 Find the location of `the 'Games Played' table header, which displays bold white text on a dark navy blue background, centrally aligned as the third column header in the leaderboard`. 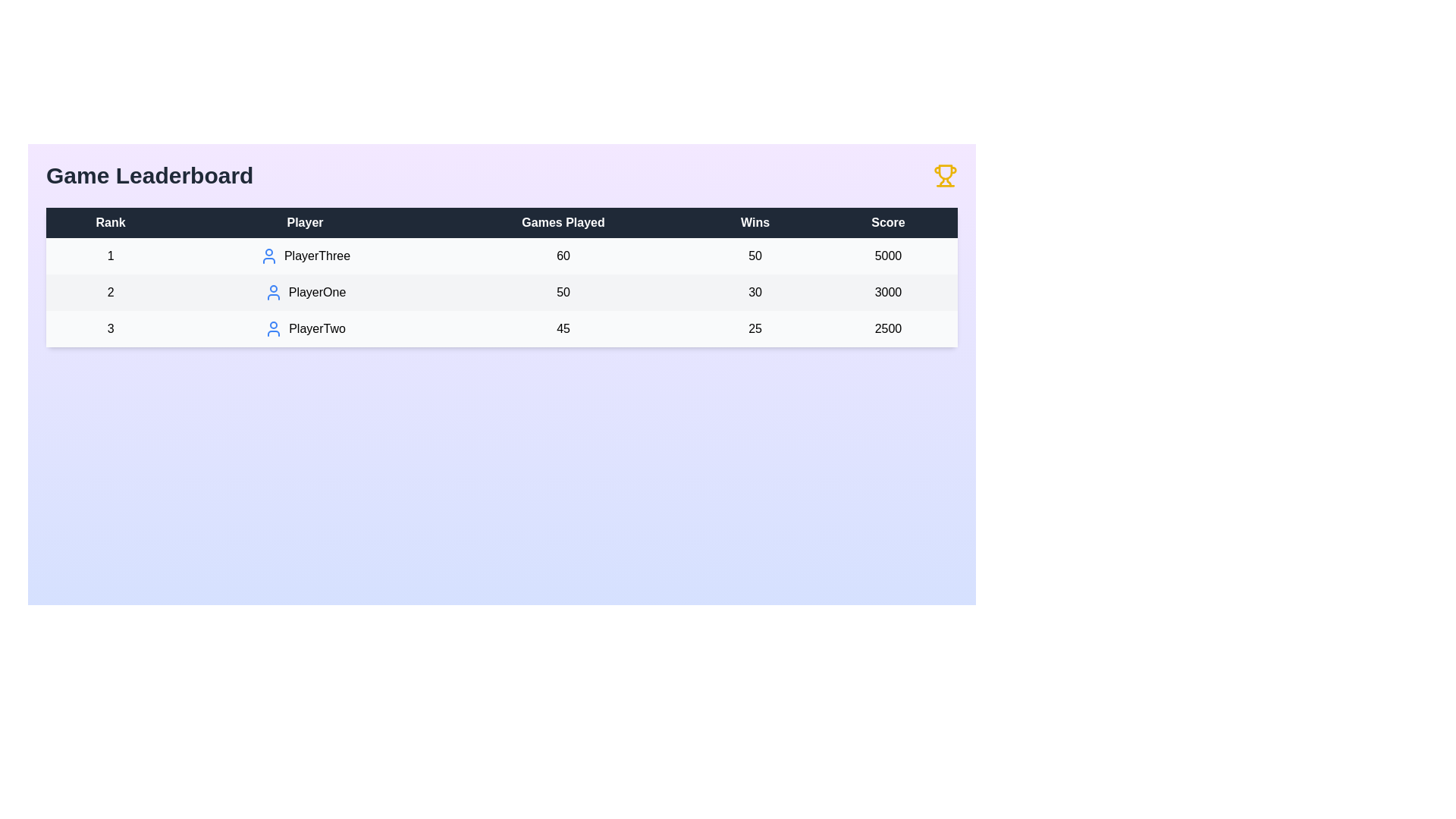

the 'Games Played' table header, which displays bold white text on a dark navy blue background, centrally aligned as the third column header in the leaderboard is located at coordinates (563, 222).